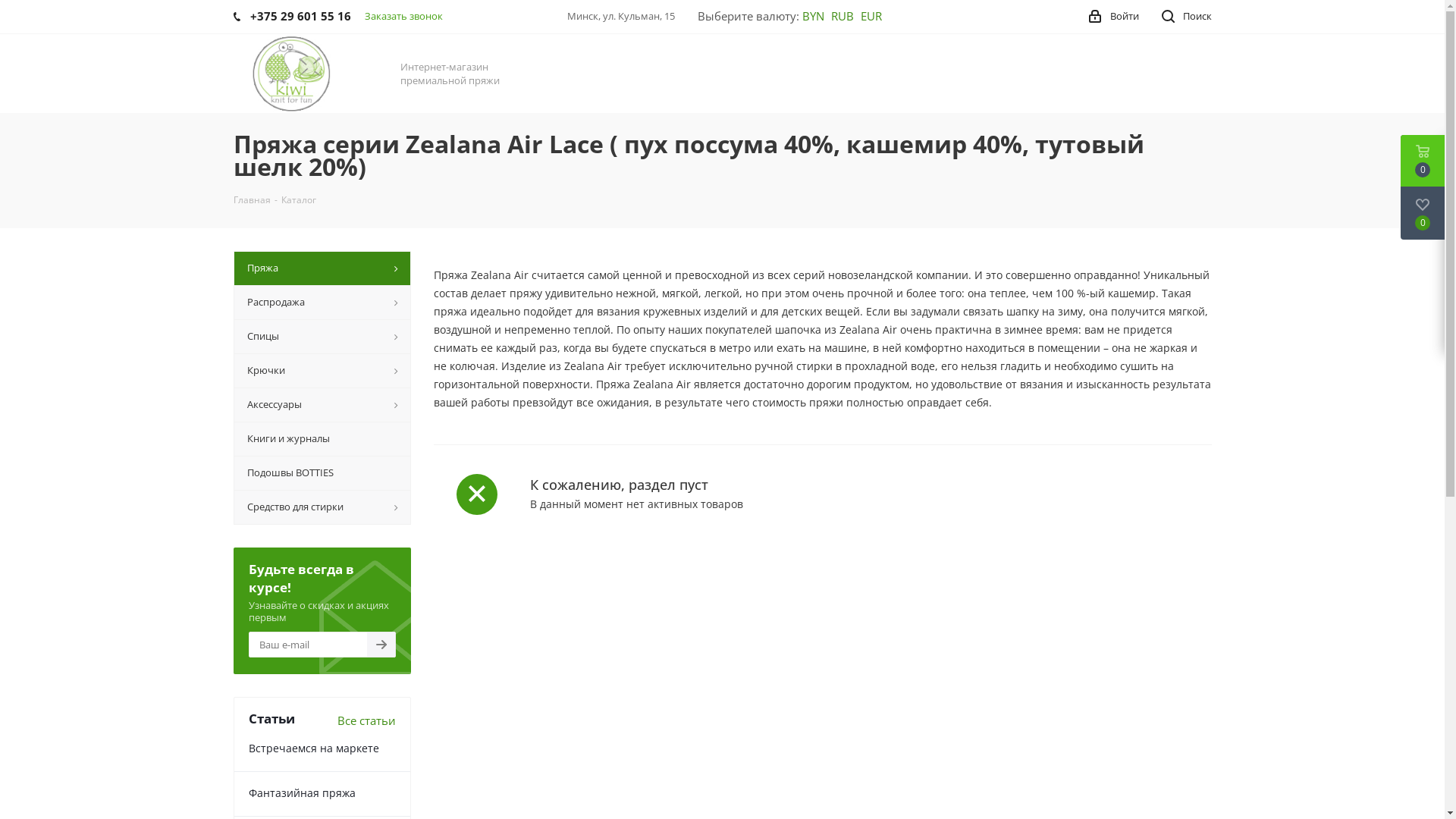 This screenshot has width=1456, height=819. What do you see at coordinates (870, 15) in the screenshot?
I see `'EUR'` at bounding box center [870, 15].